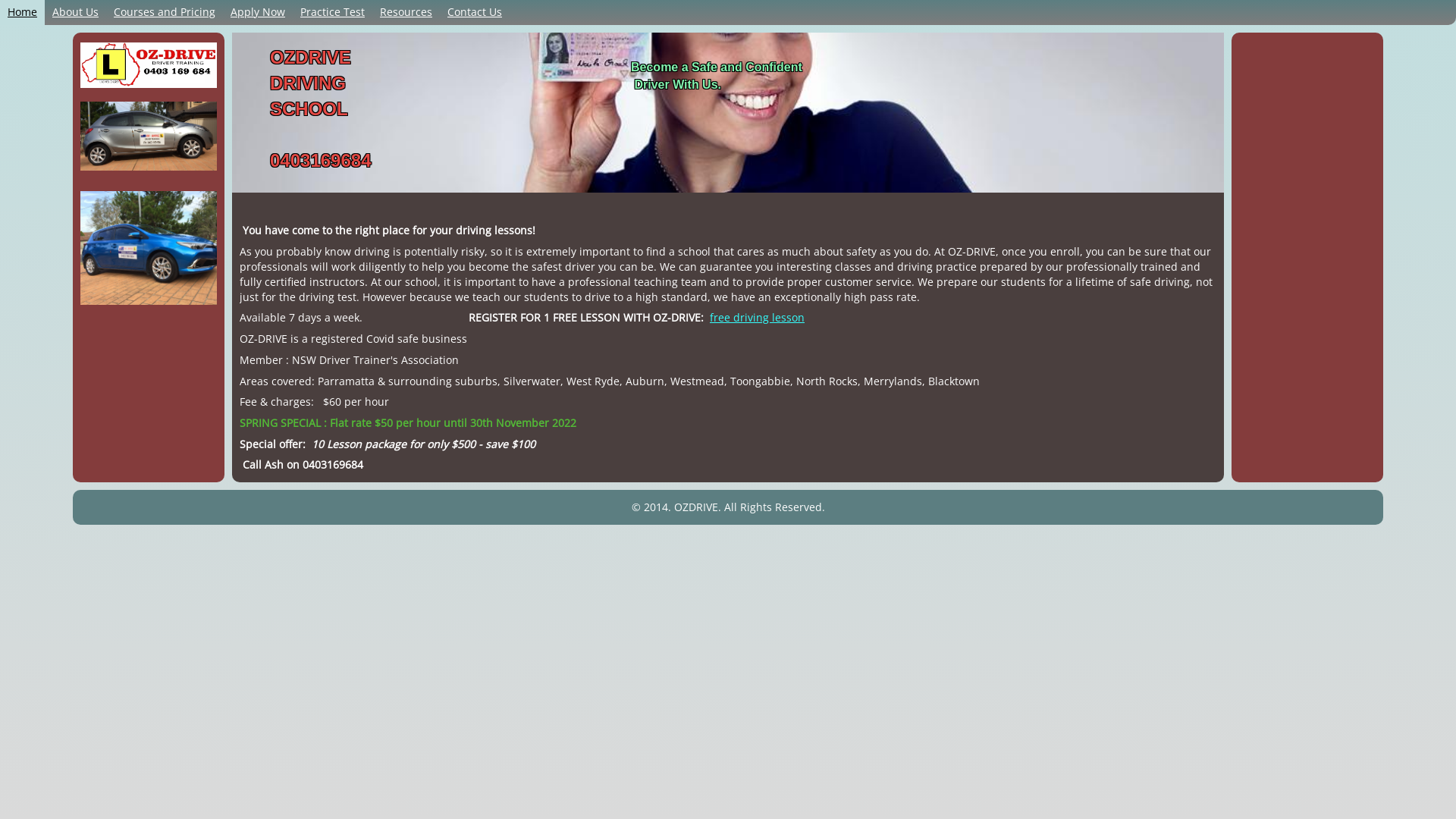 The image size is (1456, 819). I want to click on 'Contact Us', so click(473, 12).